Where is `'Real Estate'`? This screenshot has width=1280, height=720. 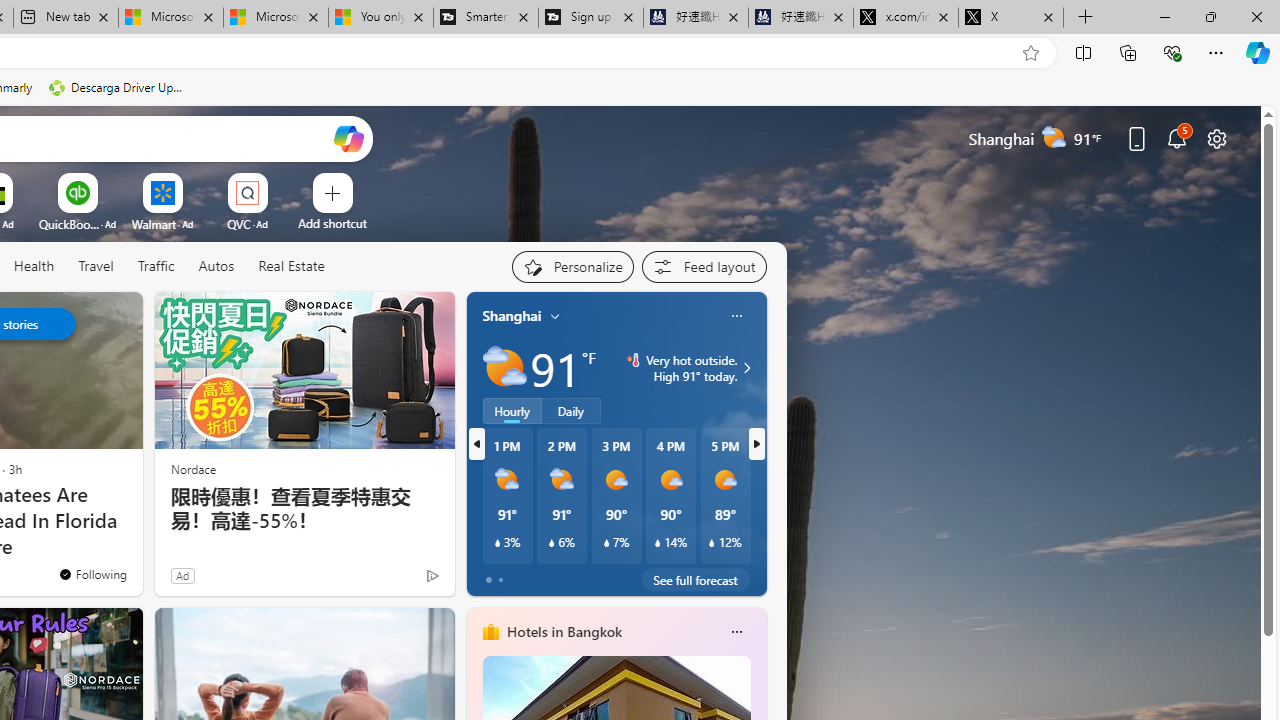
'Real Estate' is located at coordinates (290, 266).